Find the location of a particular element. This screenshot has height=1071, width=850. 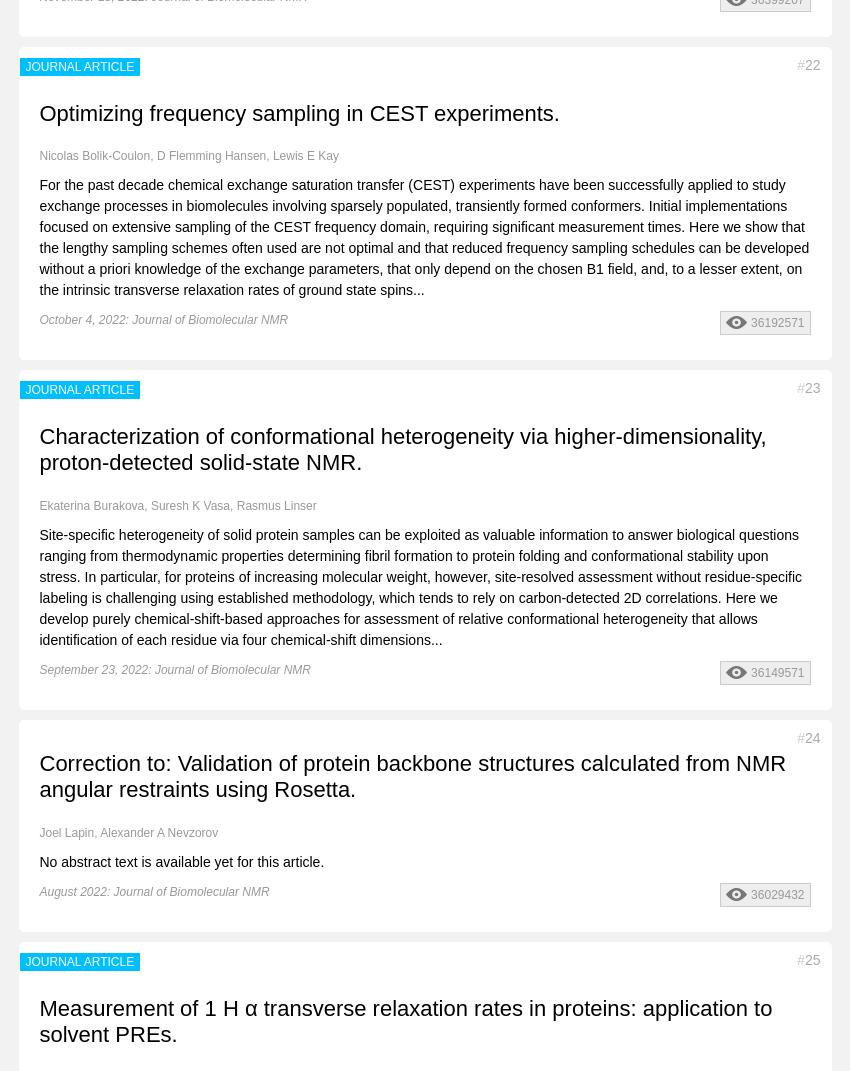

'Measurement of 1 H α transverse relaxation rates in proteins: application to solvent PREs.' is located at coordinates (405, 1020).